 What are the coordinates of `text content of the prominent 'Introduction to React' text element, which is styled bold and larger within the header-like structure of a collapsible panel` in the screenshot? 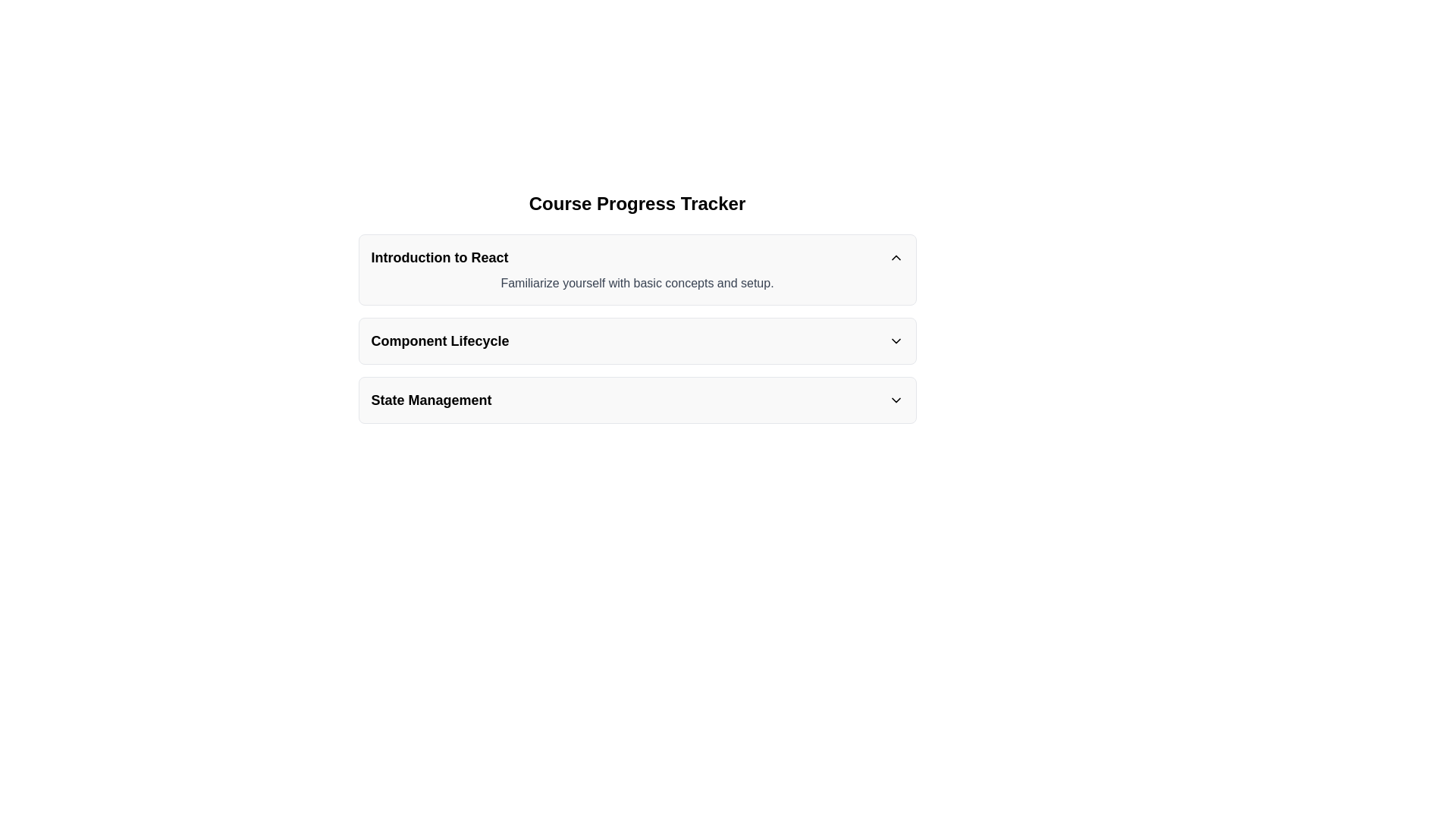 It's located at (439, 256).